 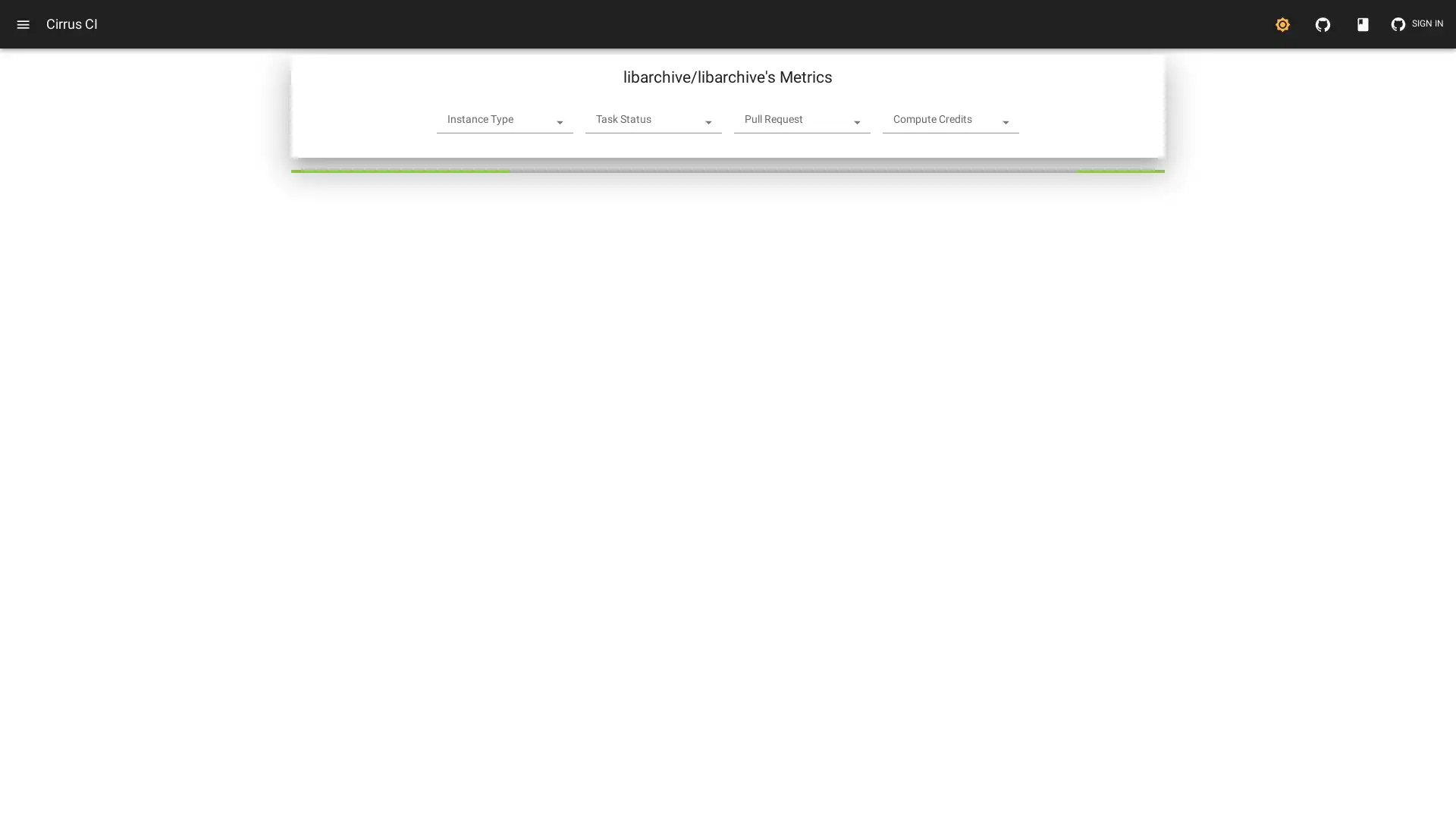 I want to click on open navigation, so click(x=23, y=24).